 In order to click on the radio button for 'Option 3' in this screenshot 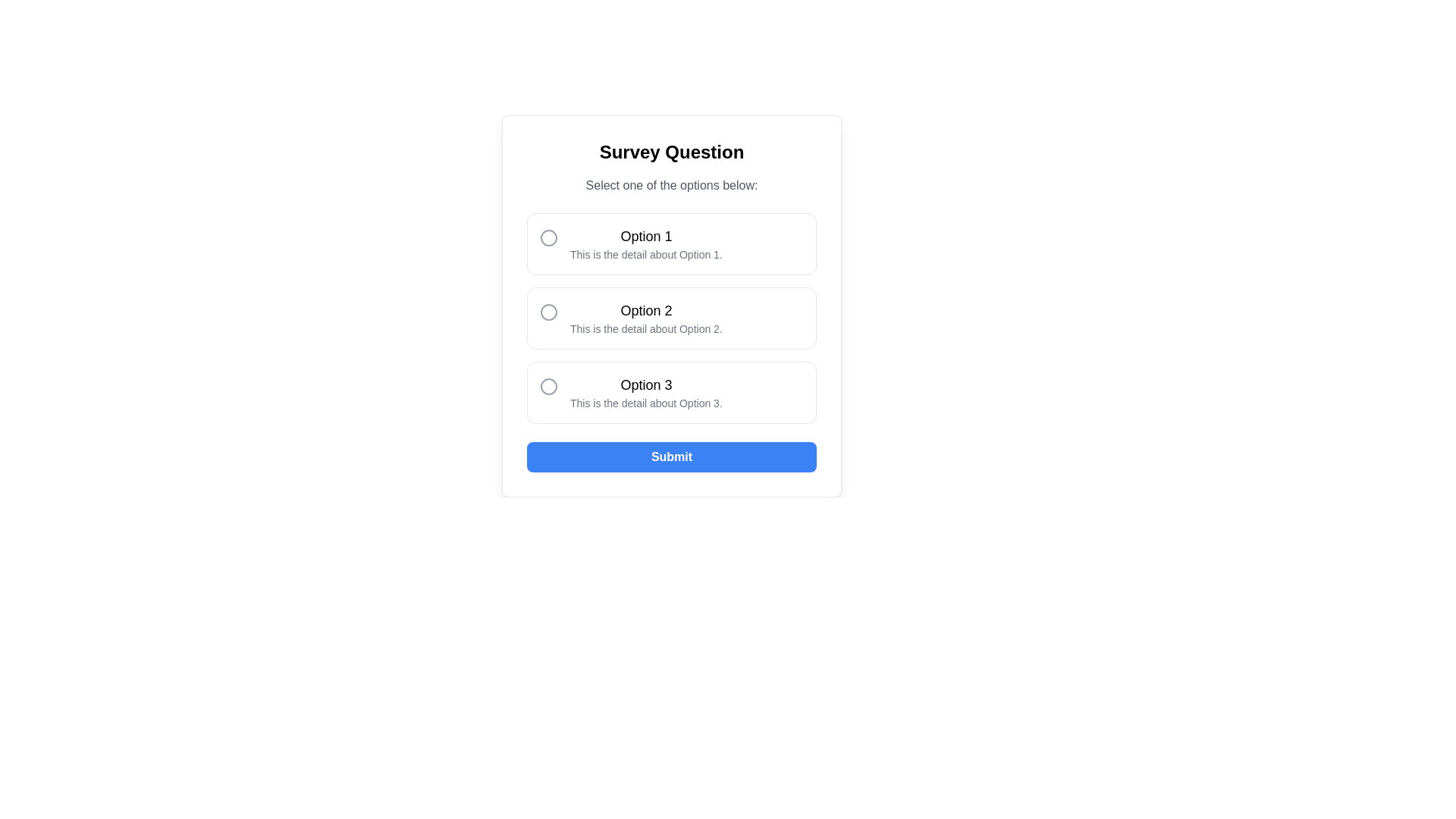, I will do `click(671, 391)`.